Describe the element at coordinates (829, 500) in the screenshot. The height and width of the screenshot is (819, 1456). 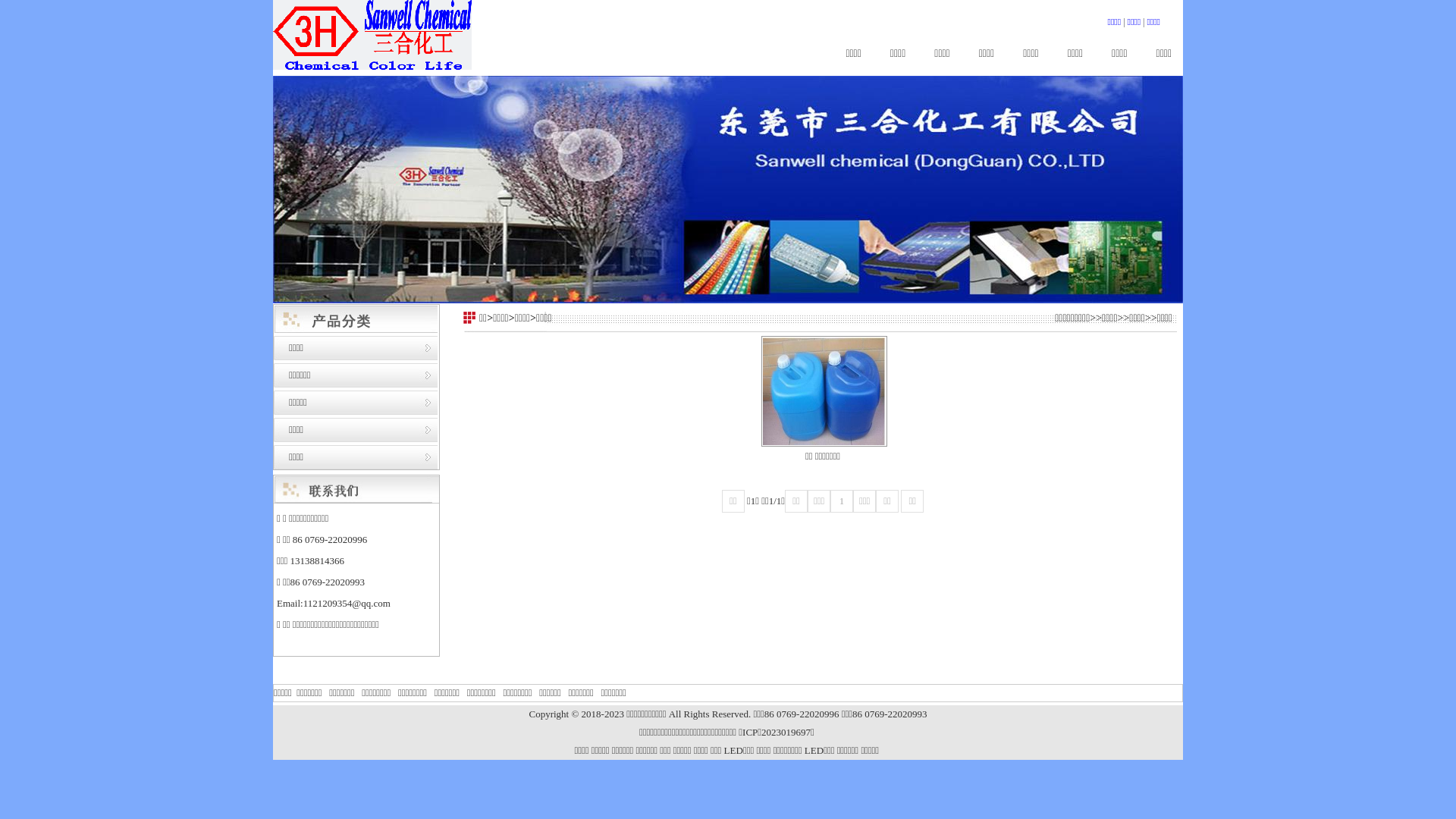
I see `'1'` at that location.